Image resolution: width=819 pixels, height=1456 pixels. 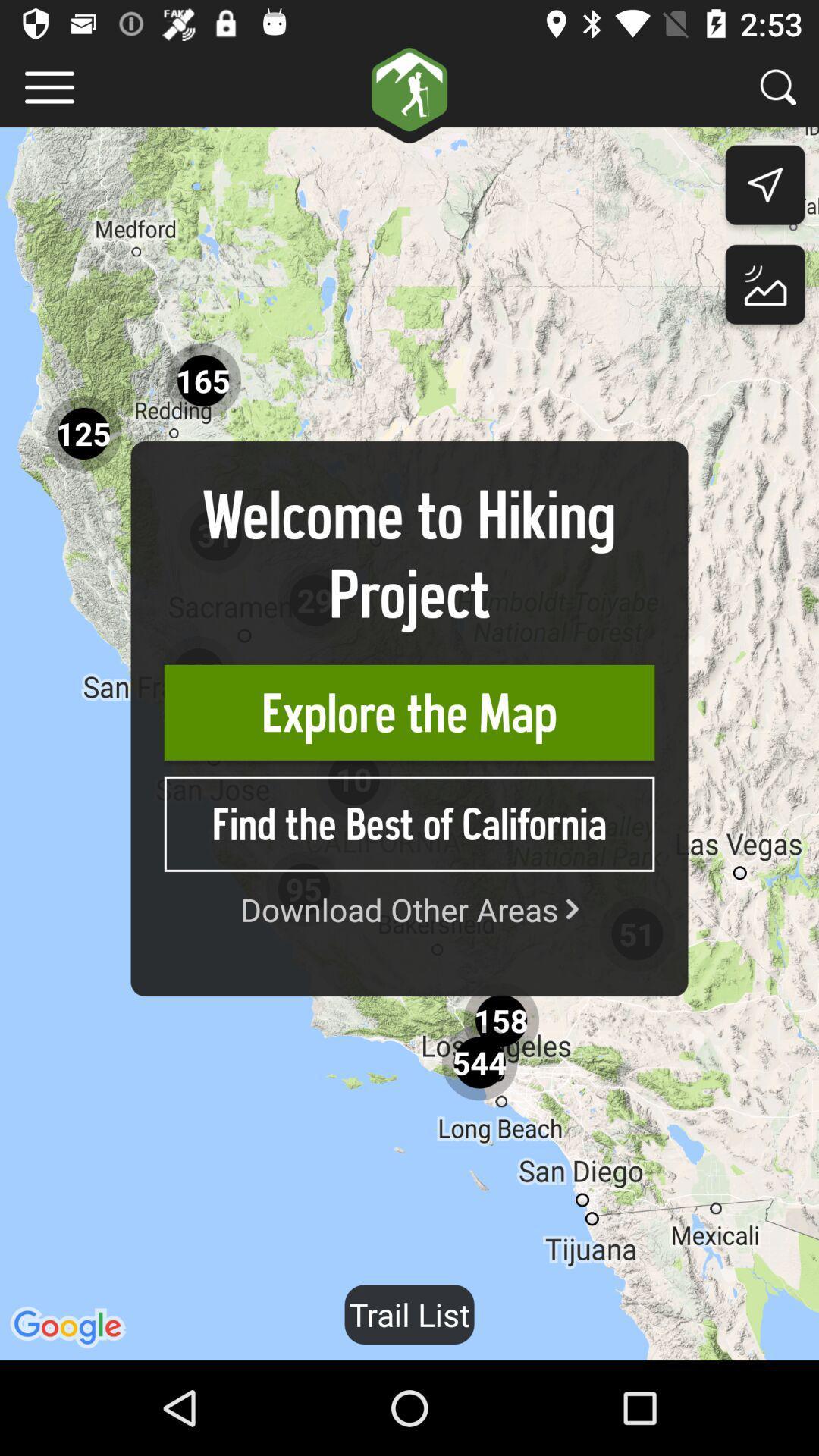 What do you see at coordinates (49, 86) in the screenshot?
I see `menu slider option` at bounding box center [49, 86].